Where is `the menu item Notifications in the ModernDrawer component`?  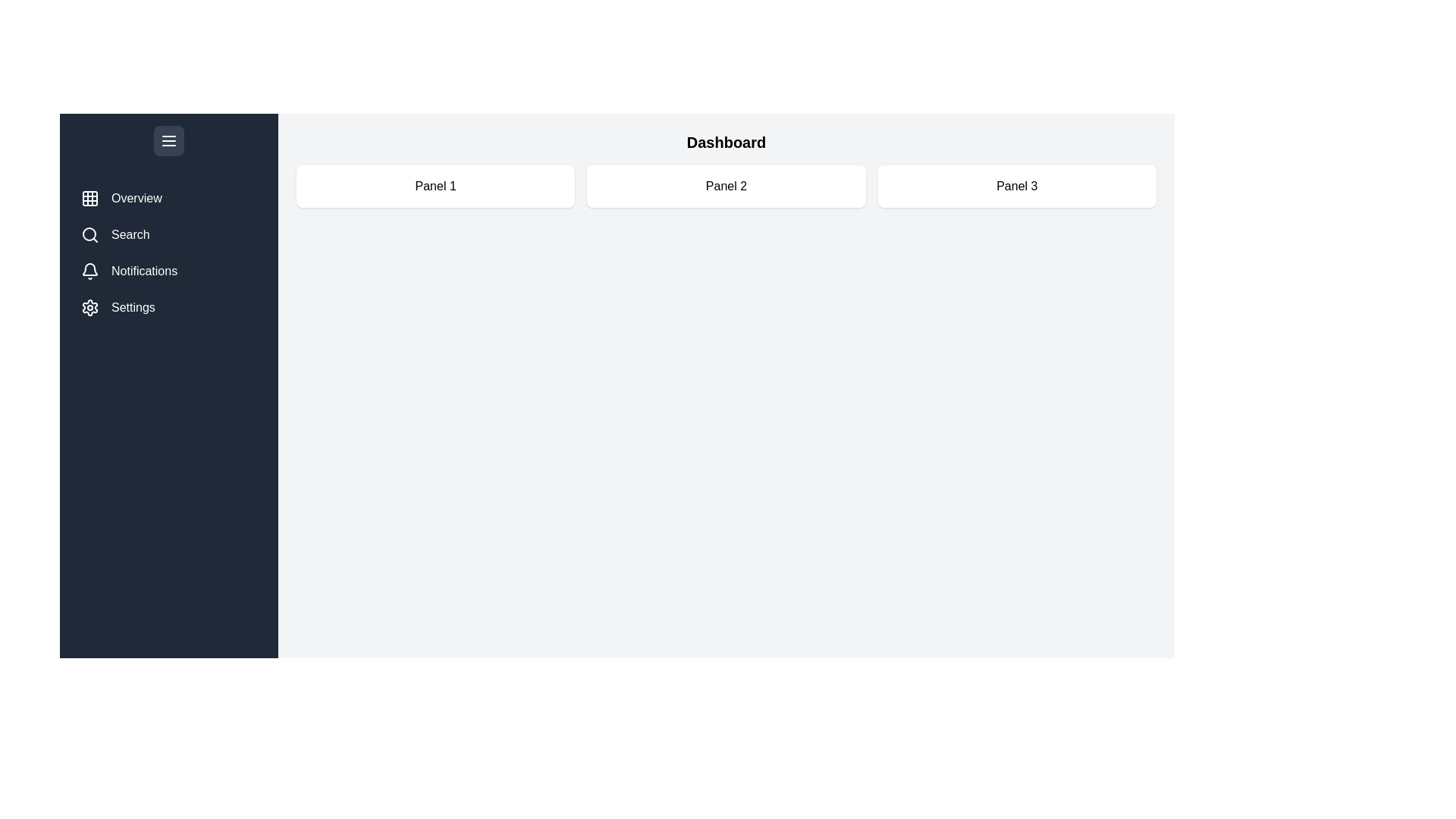 the menu item Notifications in the ModernDrawer component is located at coordinates (168, 271).